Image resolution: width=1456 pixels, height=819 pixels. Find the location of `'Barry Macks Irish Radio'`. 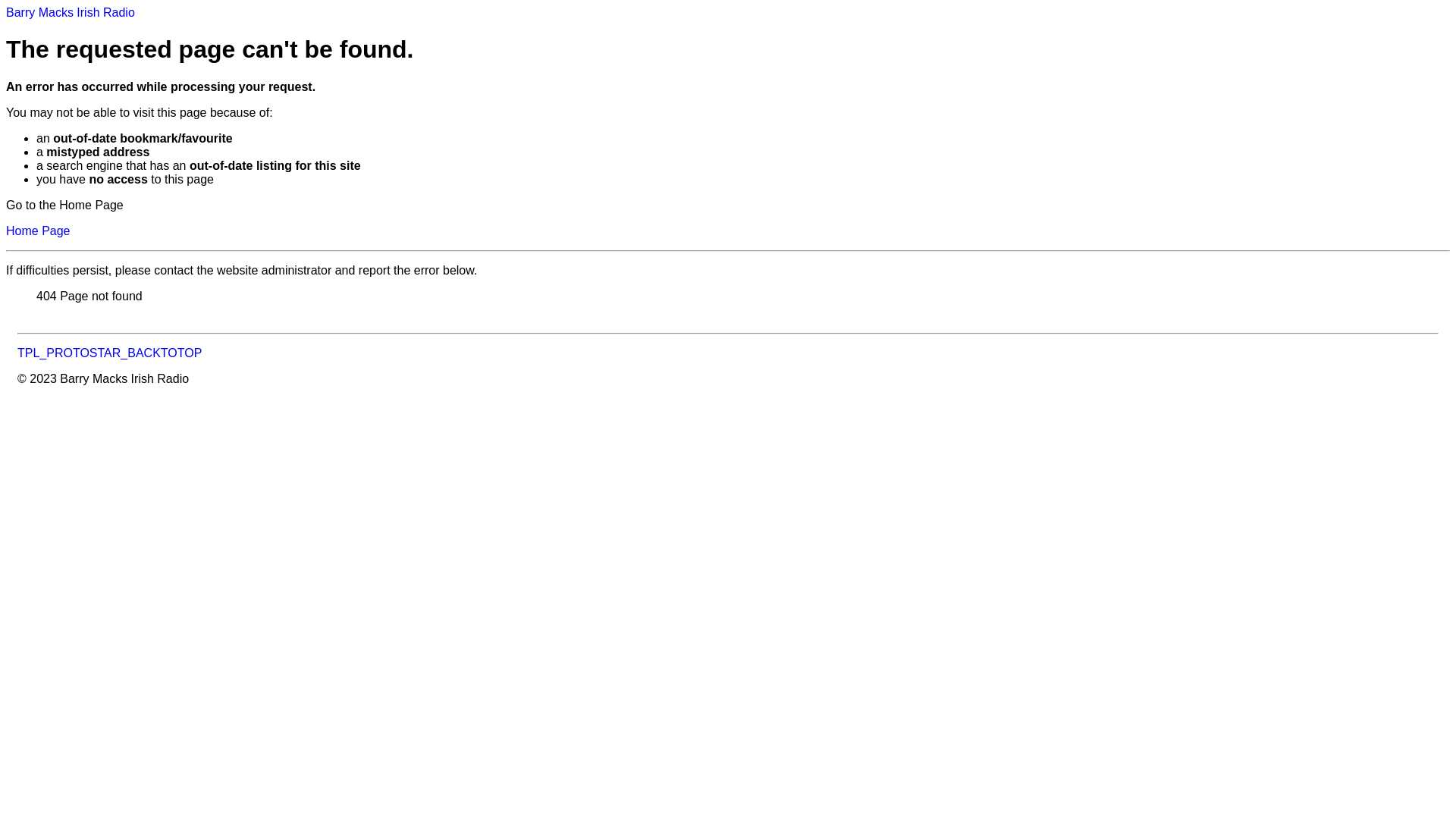

'Barry Macks Irish Radio' is located at coordinates (69, 12).